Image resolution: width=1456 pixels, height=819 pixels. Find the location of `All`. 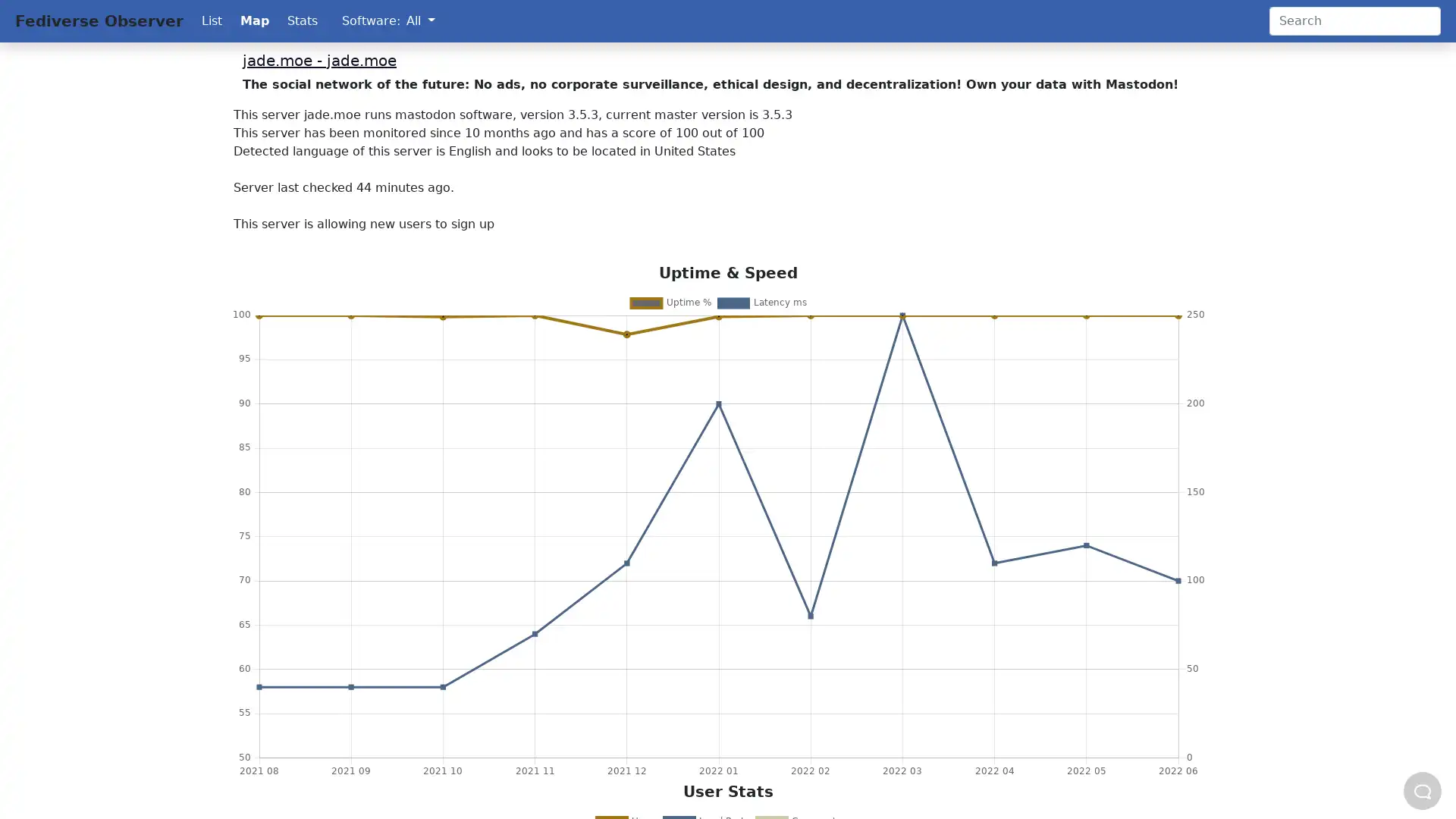

All is located at coordinates (420, 20).